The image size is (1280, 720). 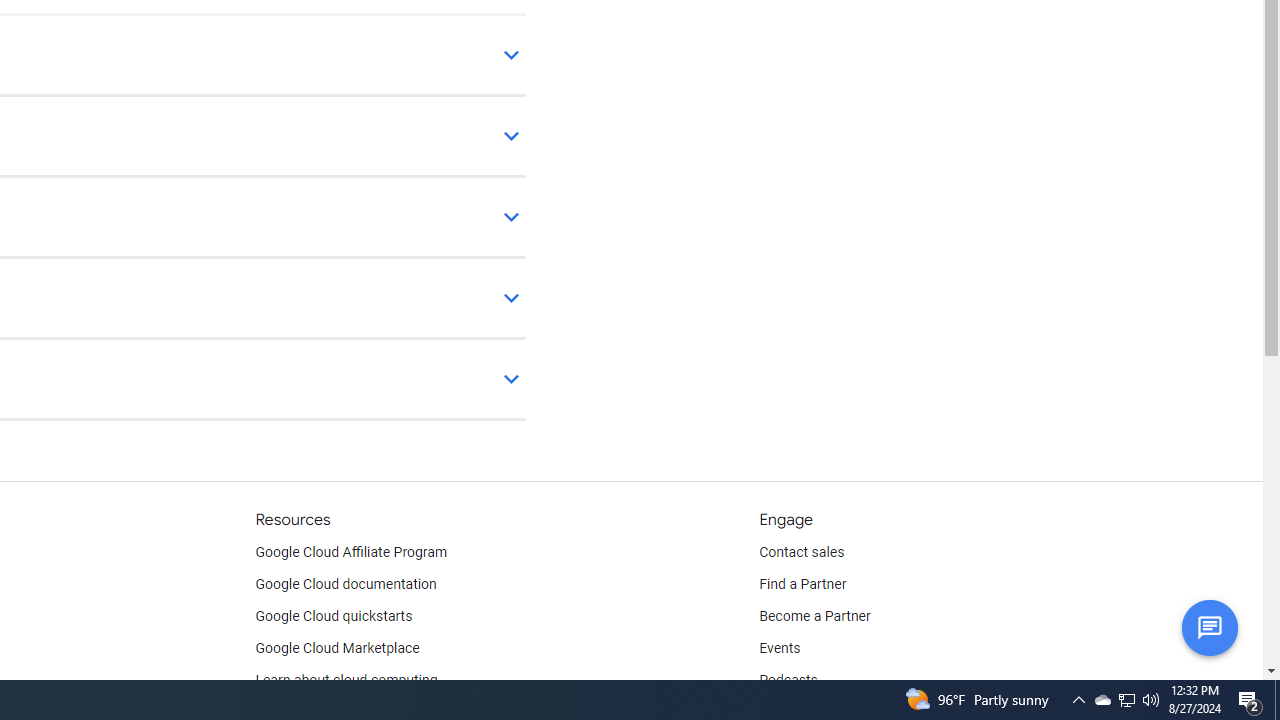 What do you see at coordinates (334, 616) in the screenshot?
I see `'Google Cloud quickstarts'` at bounding box center [334, 616].